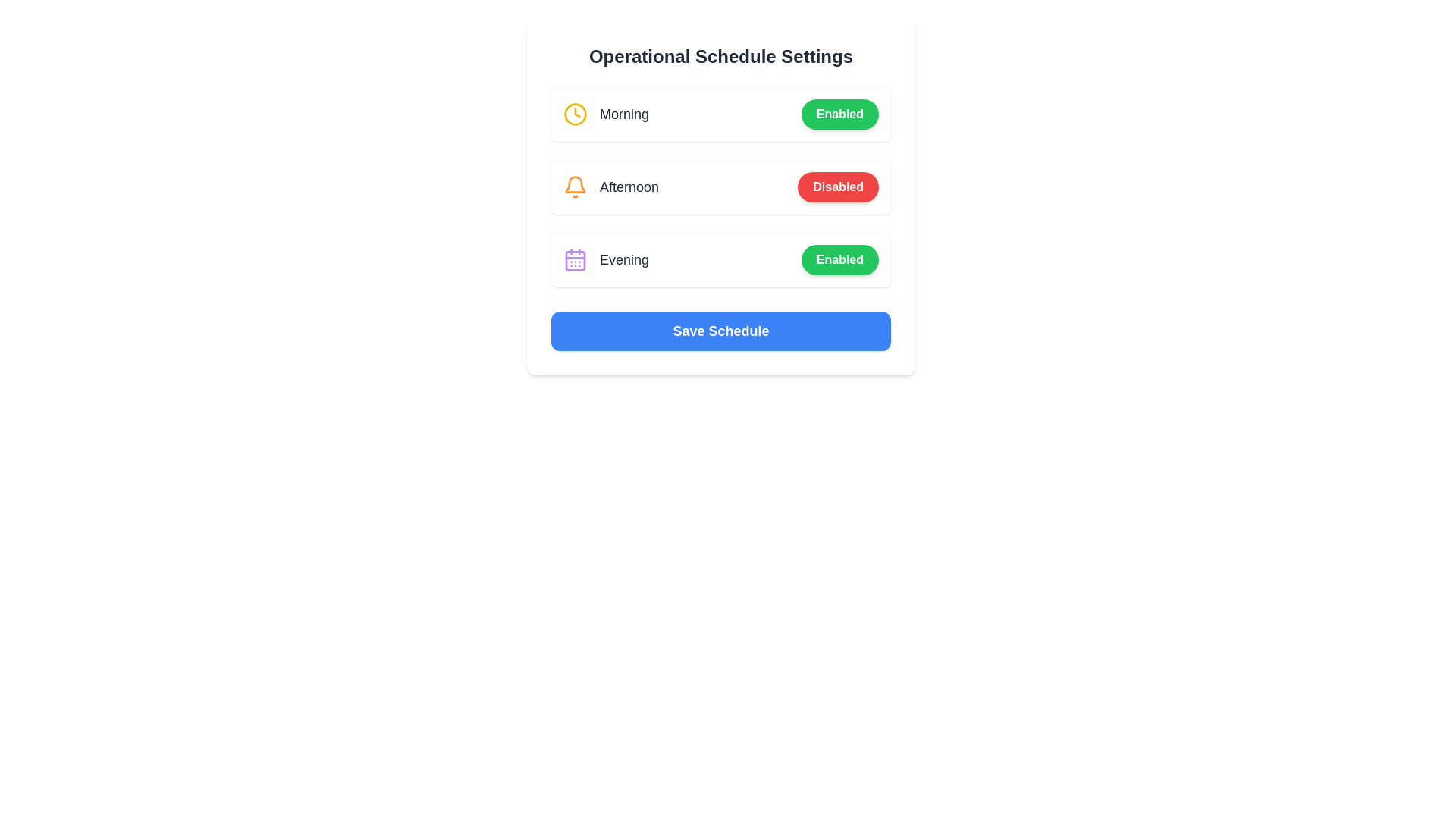 This screenshot has height=819, width=1456. I want to click on the 'Save Schedule' button to save the current schedule settings, so click(720, 330).